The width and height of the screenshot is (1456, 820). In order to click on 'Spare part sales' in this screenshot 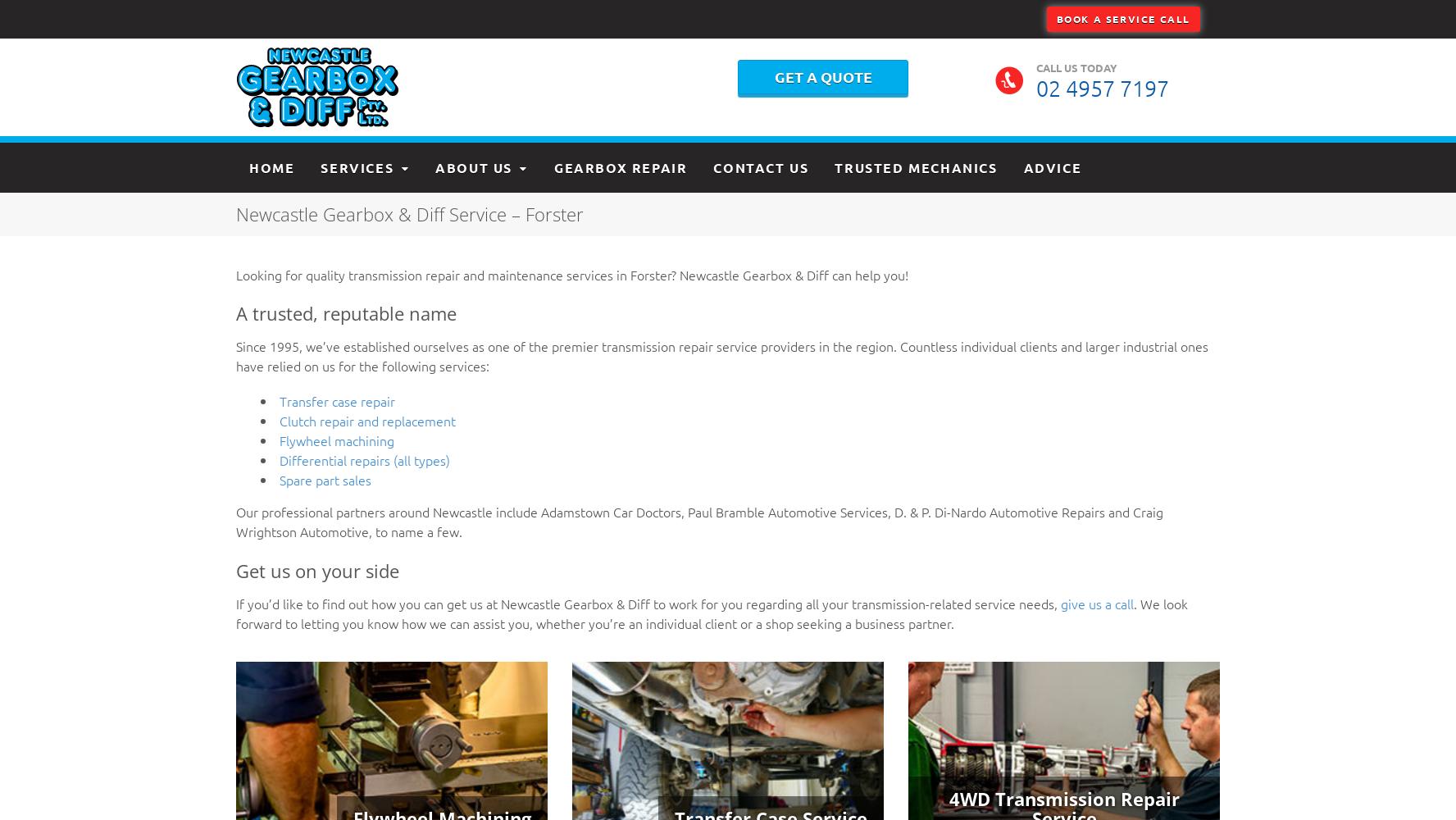, I will do `click(325, 479)`.